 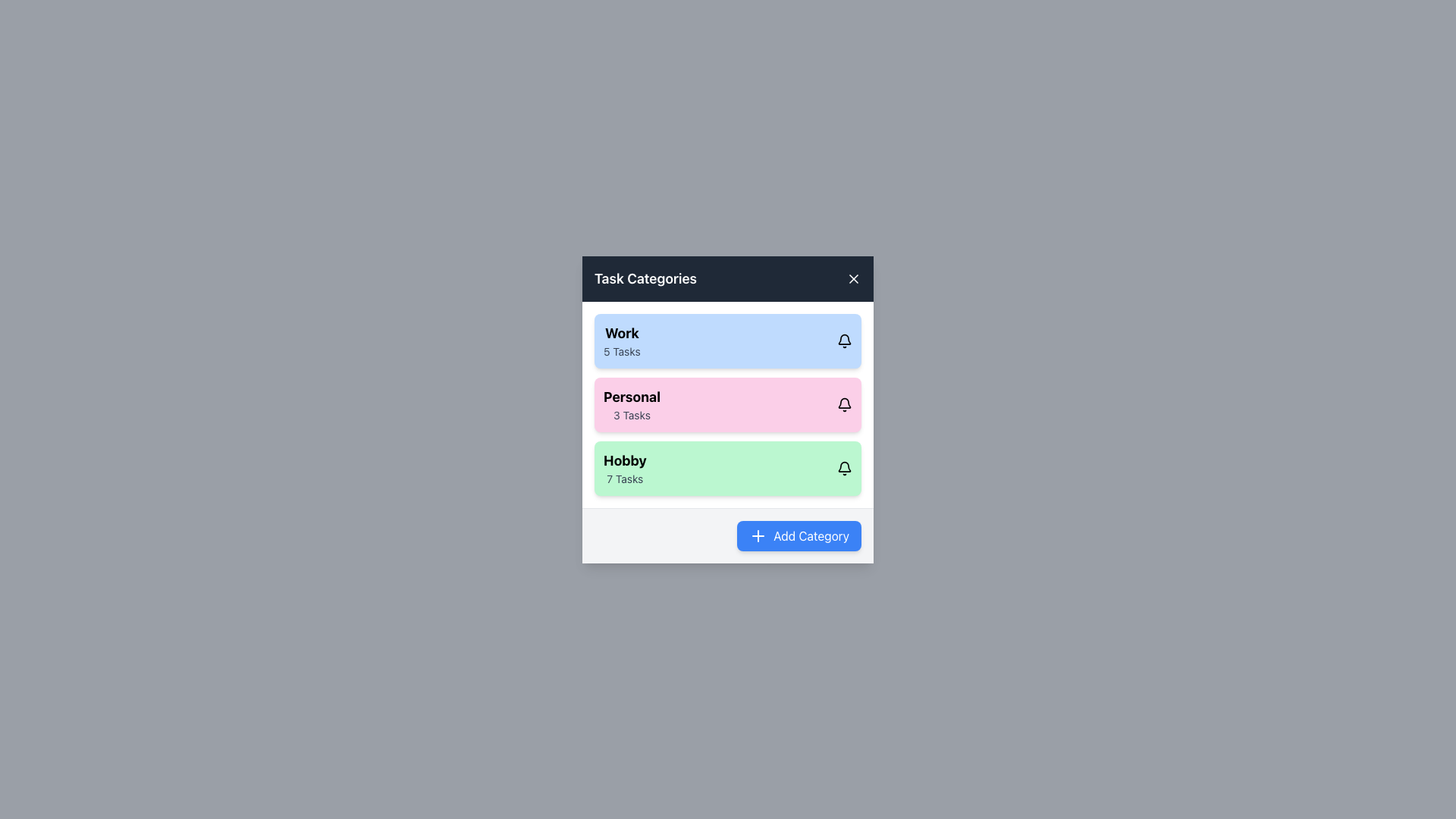 I want to click on the minimalistic bell icon located in the pink 'Personal' section, positioned towards the right edge, so click(x=843, y=402).